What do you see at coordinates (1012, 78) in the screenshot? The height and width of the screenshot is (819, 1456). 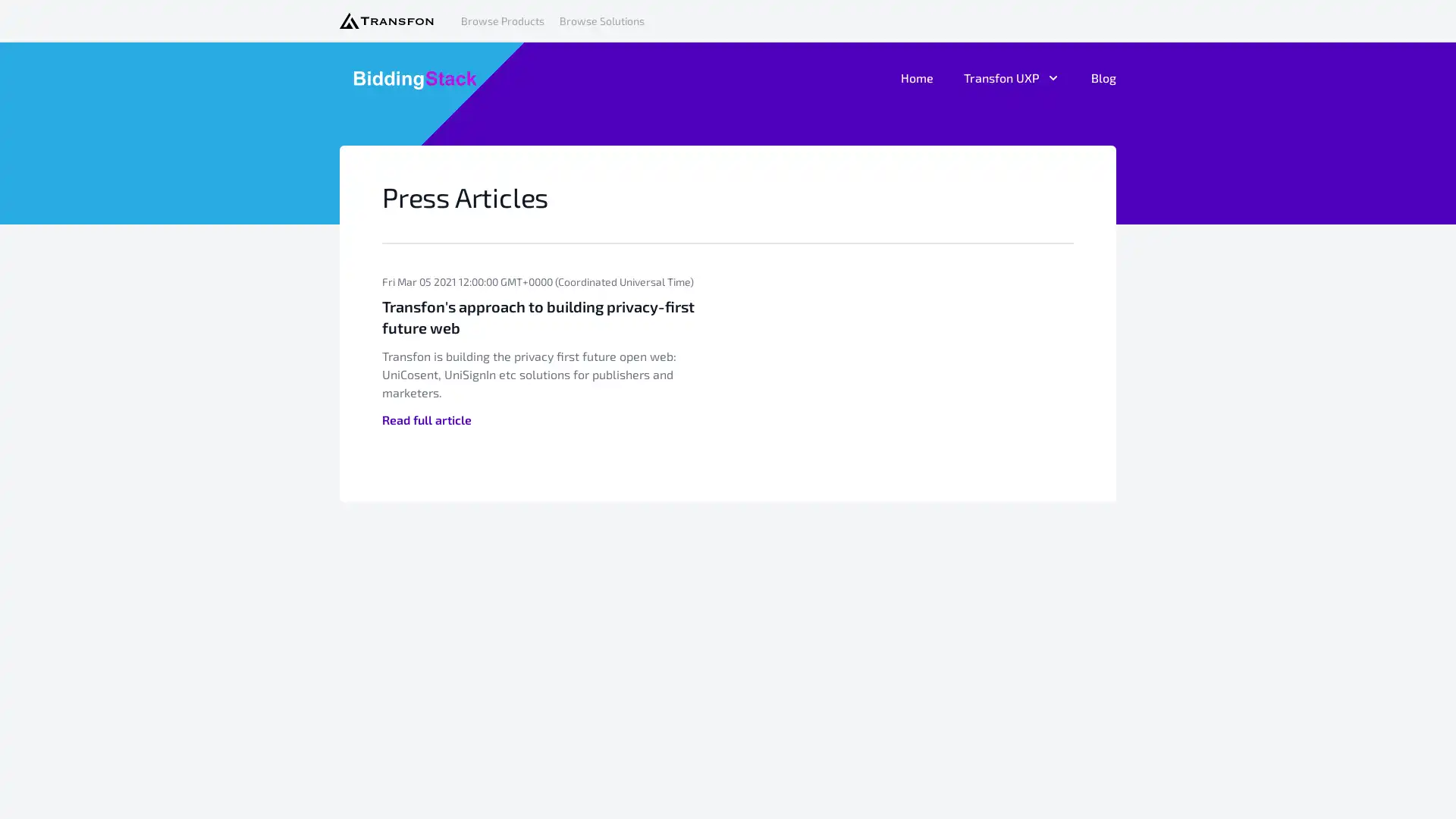 I see `Transfon UXP` at bounding box center [1012, 78].